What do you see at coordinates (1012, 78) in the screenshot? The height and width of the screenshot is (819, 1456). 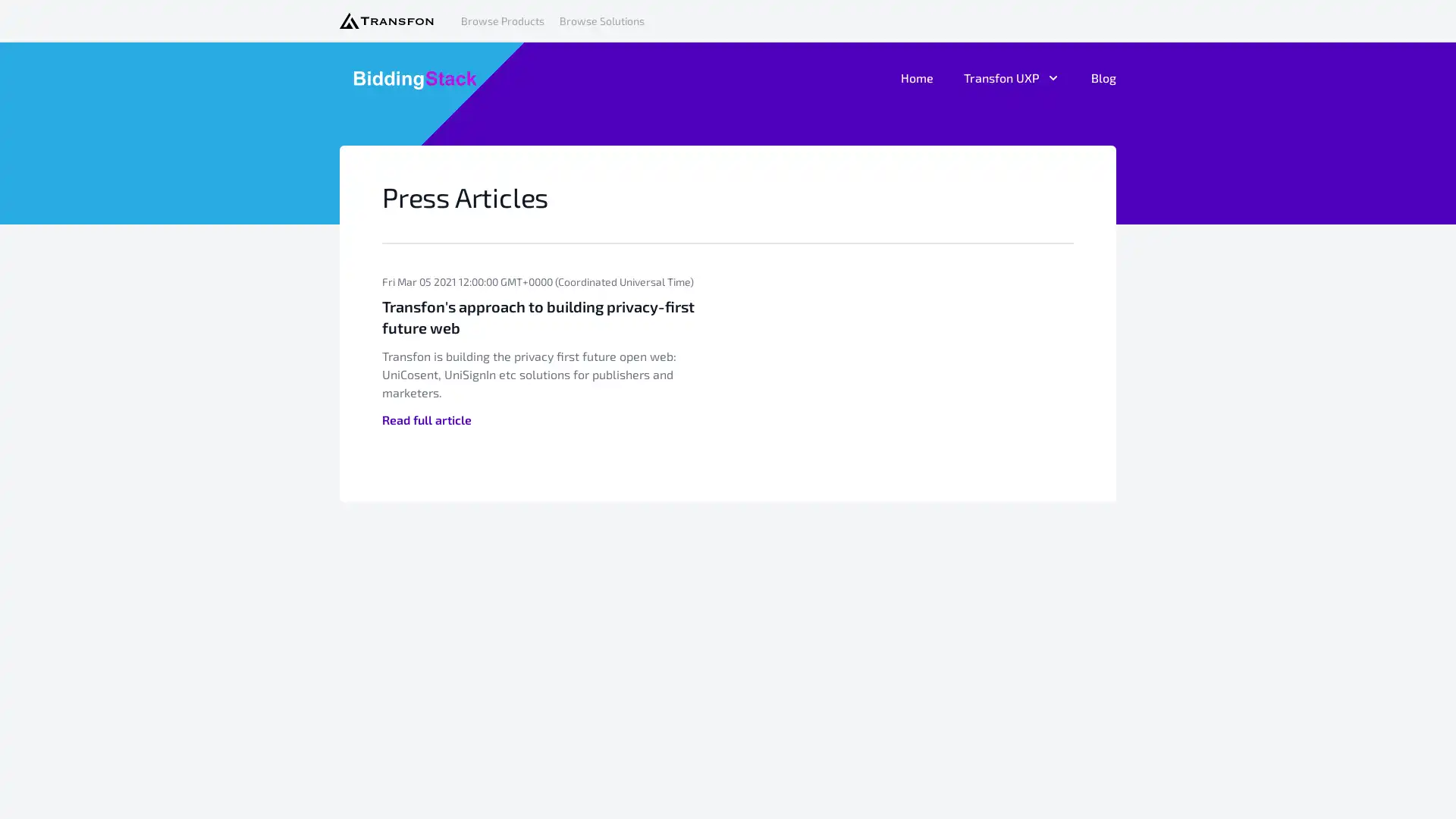 I see `Transfon UXP` at bounding box center [1012, 78].